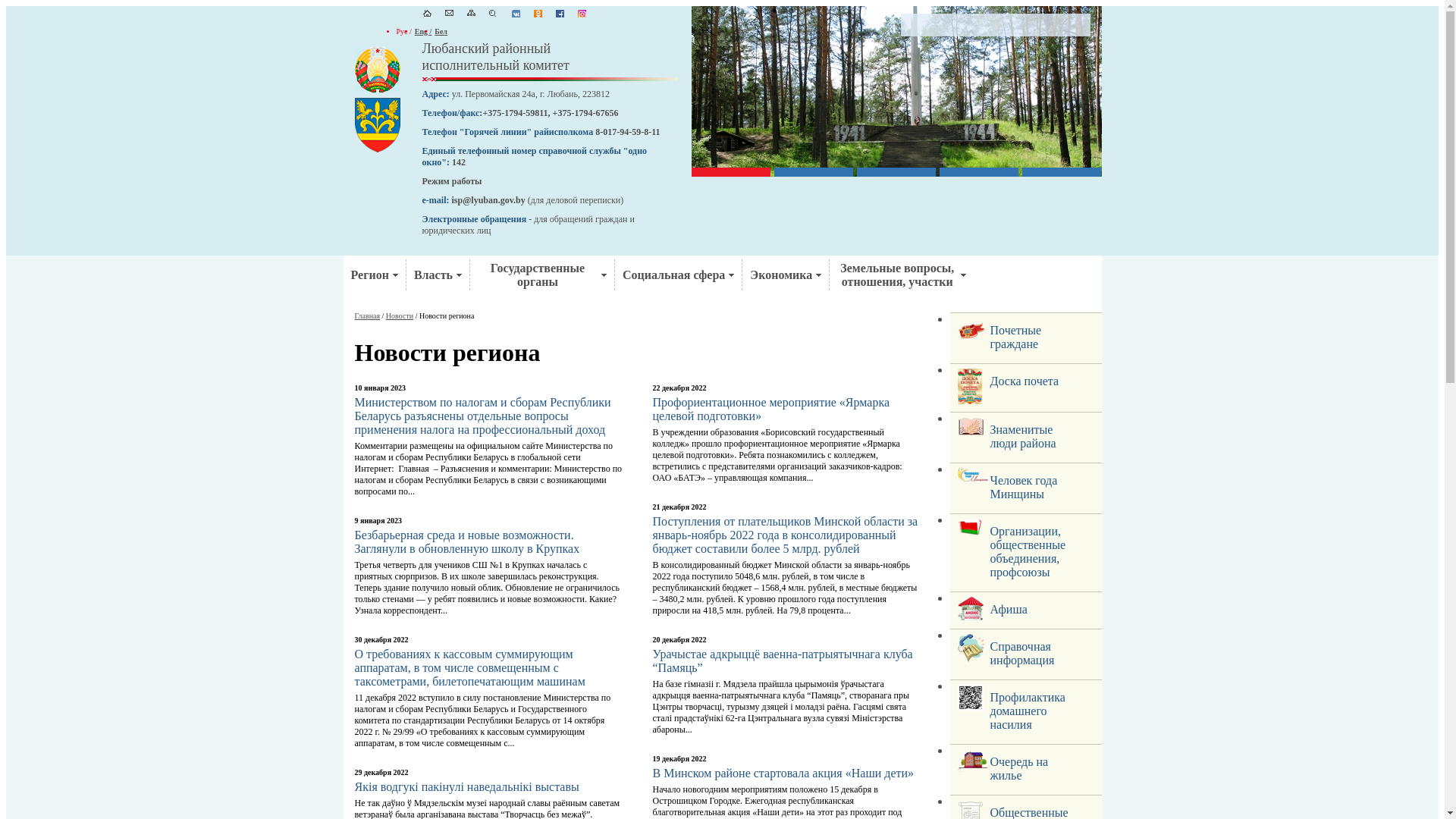 The image size is (1456, 819). I want to click on '+375-1794-67656', so click(585, 112).